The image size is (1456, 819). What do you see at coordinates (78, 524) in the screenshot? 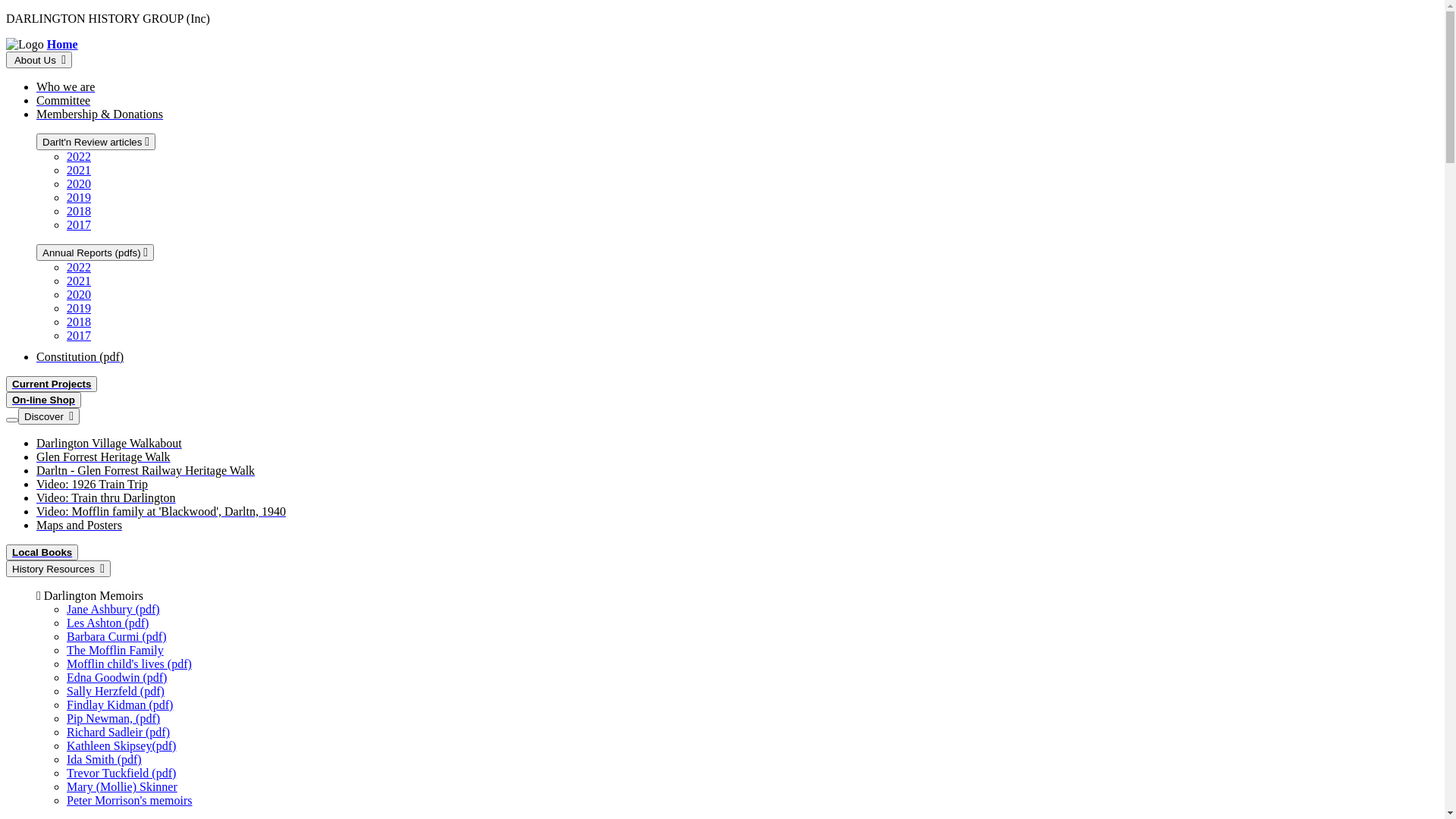
I see `'Maps and Posters'` at bounding box center [78, 524].